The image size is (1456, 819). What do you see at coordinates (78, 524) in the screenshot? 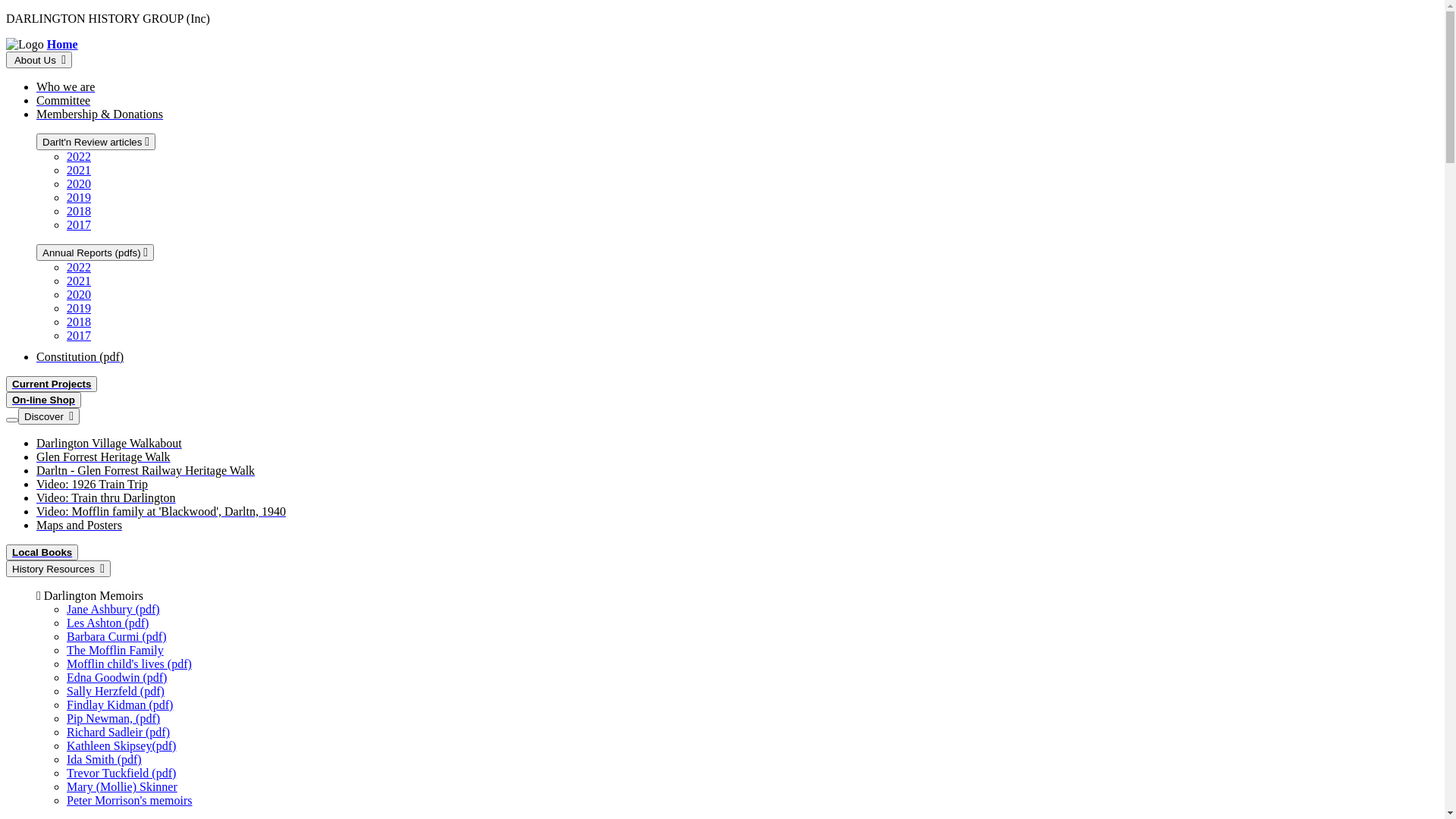
I see `'Maps and Posters'` at bounding box center [78, 524].